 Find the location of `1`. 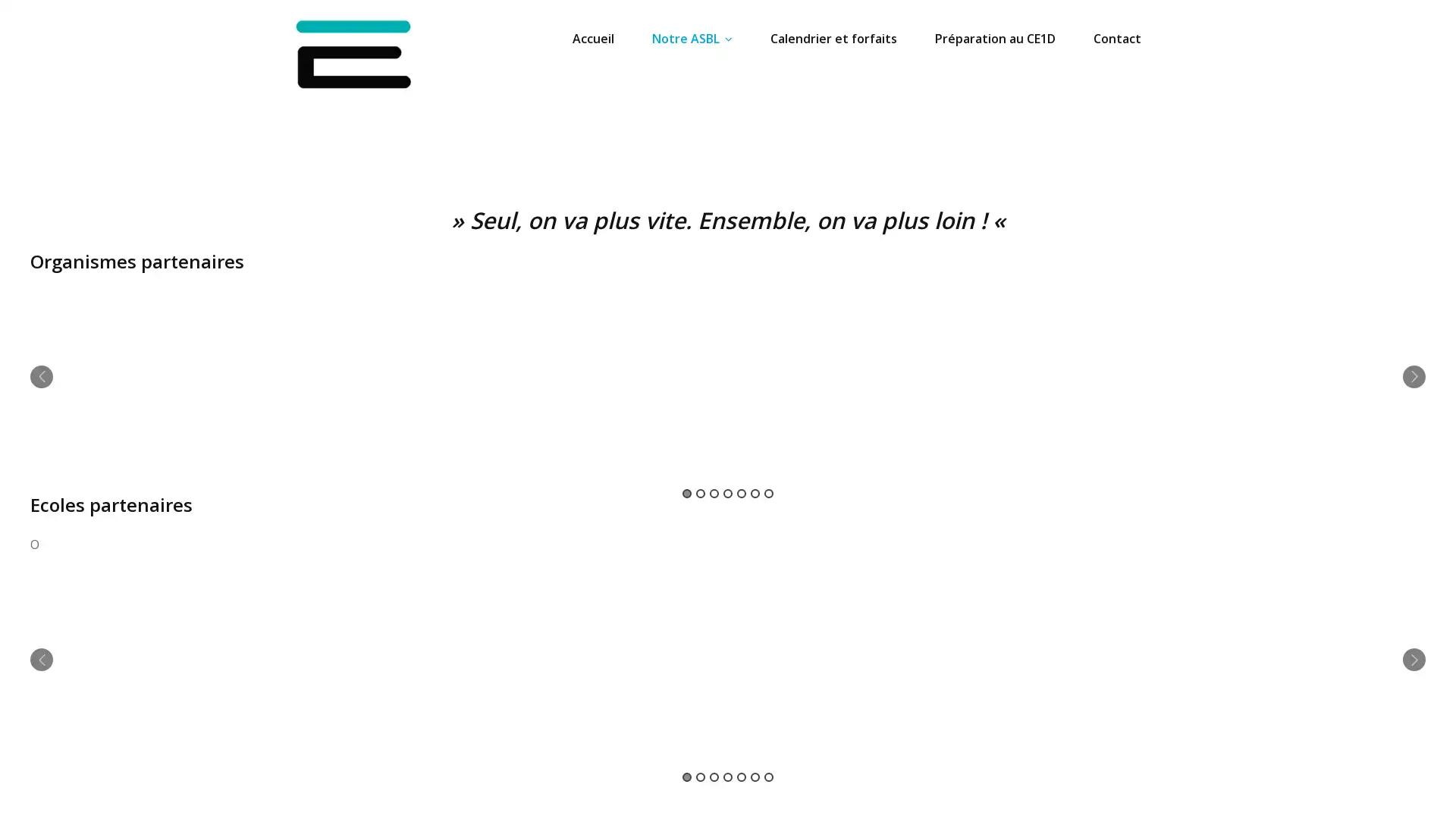

1 is located at coordinates (686, 494).